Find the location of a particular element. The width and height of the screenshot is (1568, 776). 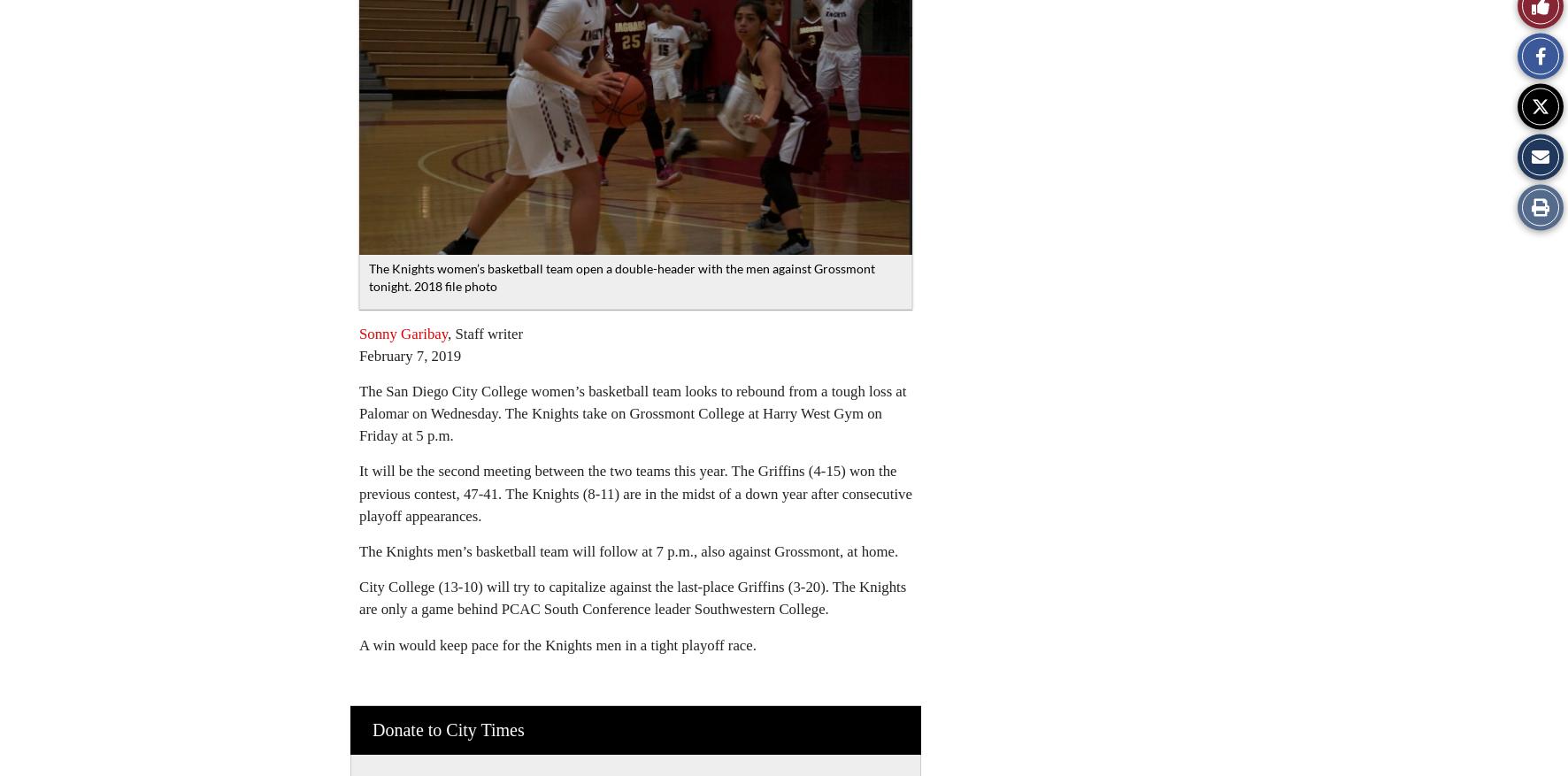

'The Knights men’s basketball team will follow at 7 p.m., also against Grossmont, at home.' is located at coordinates (627, 550).